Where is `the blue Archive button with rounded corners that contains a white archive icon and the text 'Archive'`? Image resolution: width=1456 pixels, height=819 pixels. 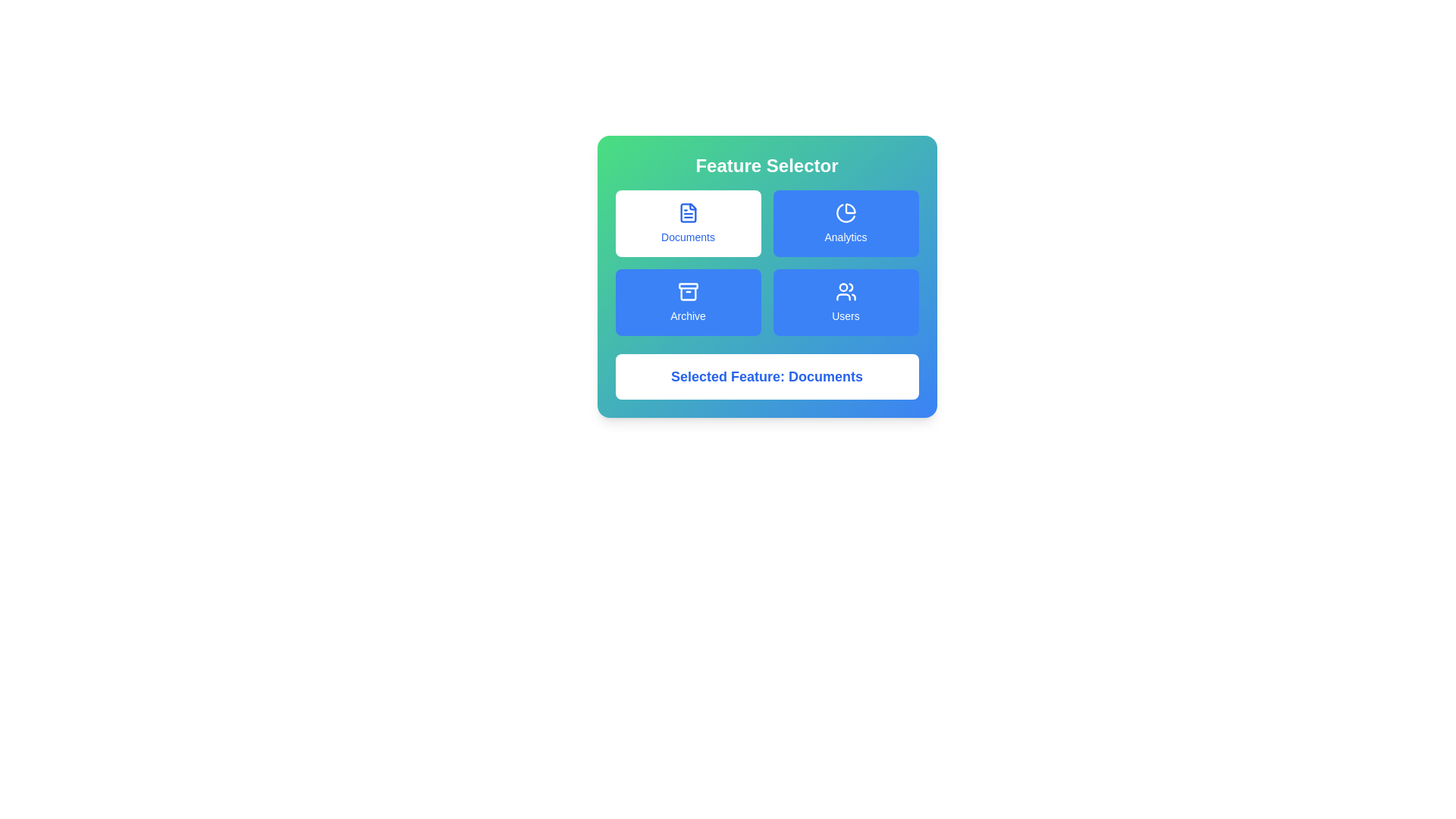 the blue Archive button with rounded corners that contains a white archive icon and the text 'Archive' is located at coordinates (687, 302).